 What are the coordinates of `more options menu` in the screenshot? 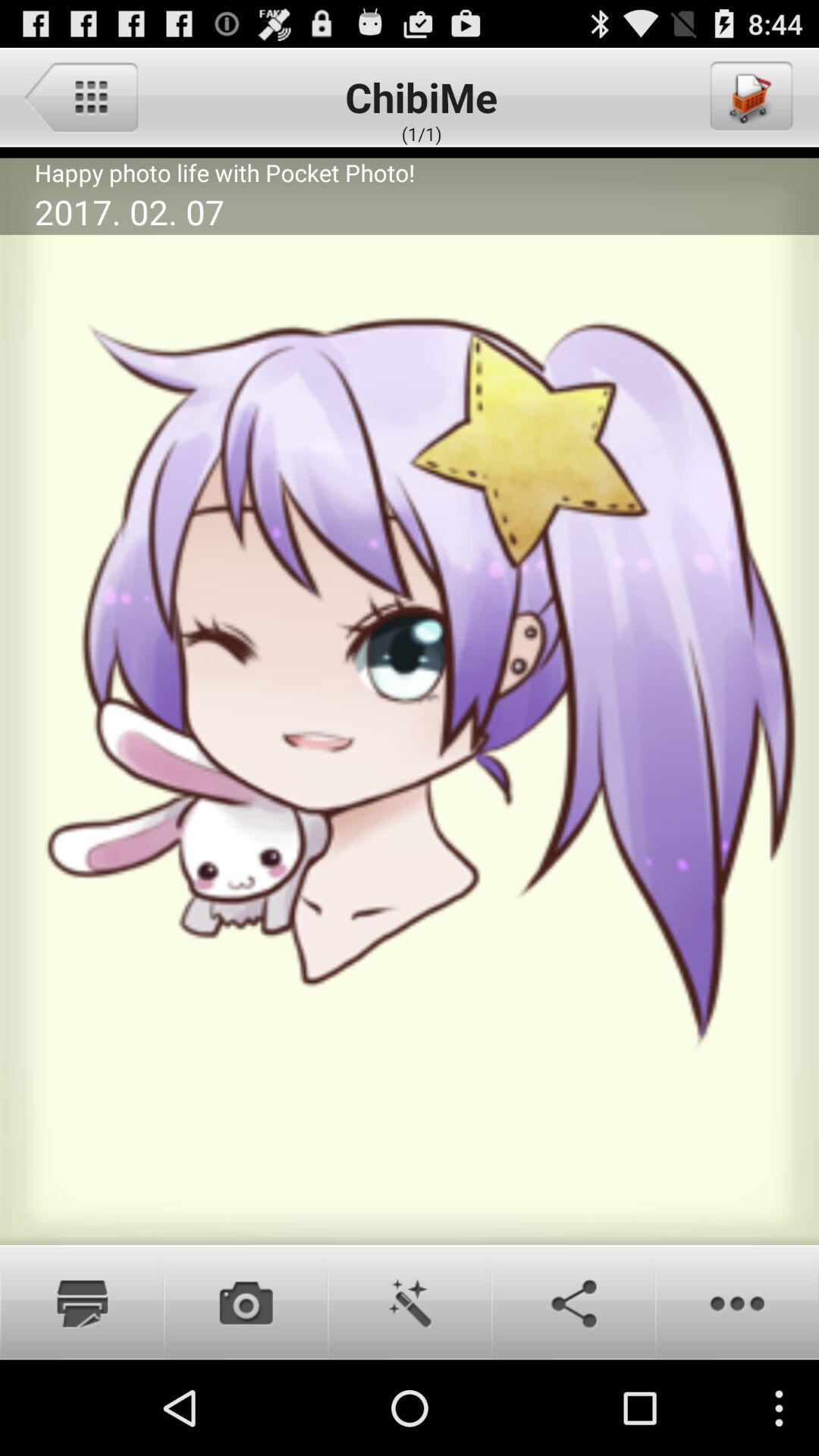 It's located at (736, 1301).